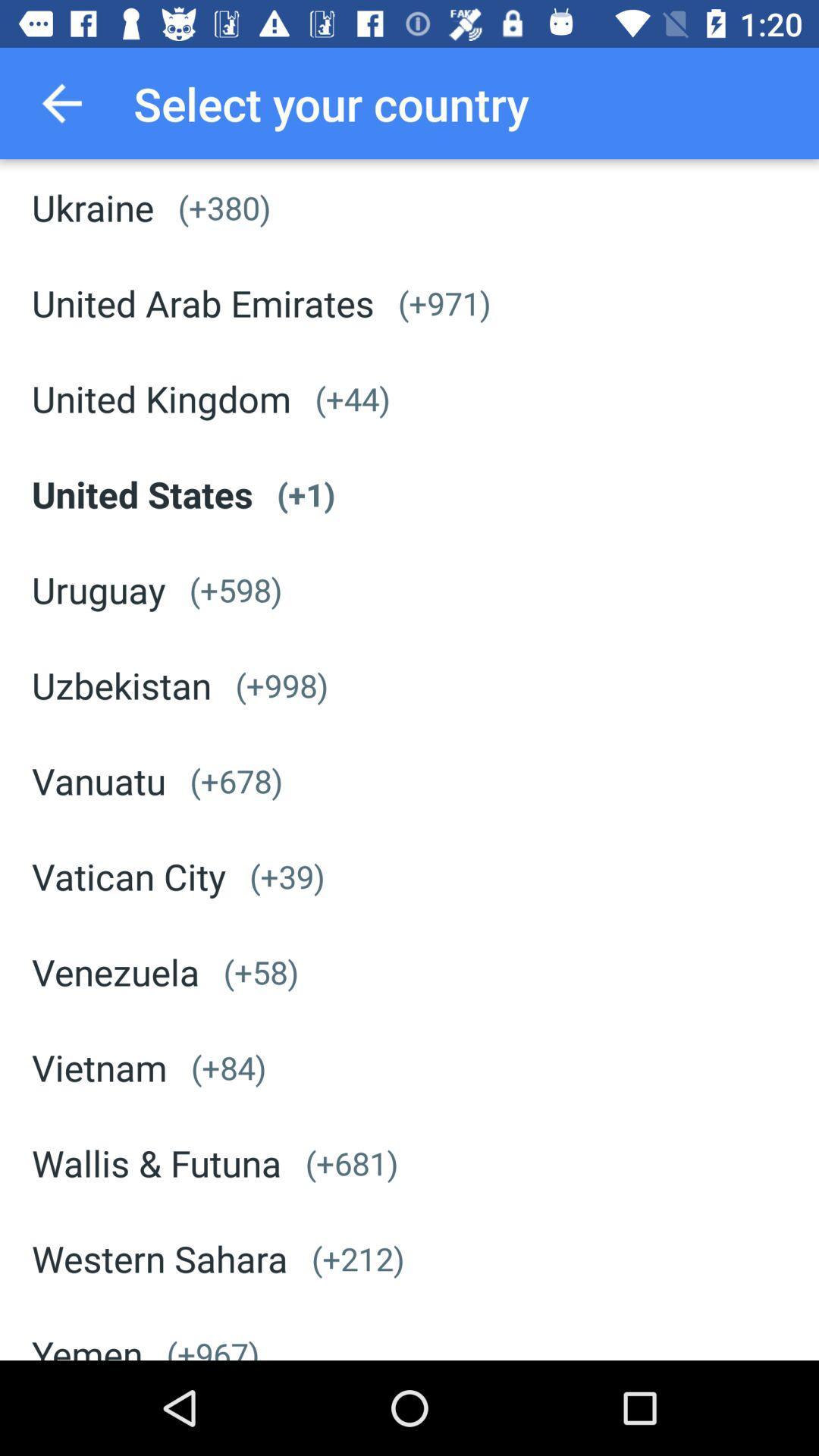 The width and height of the screenshot is (819, 1456). What do you see at coordinates (260, 971) in the screenshot?
I see `the icon next to the venezuela icon` at bounding box center [260, 971].